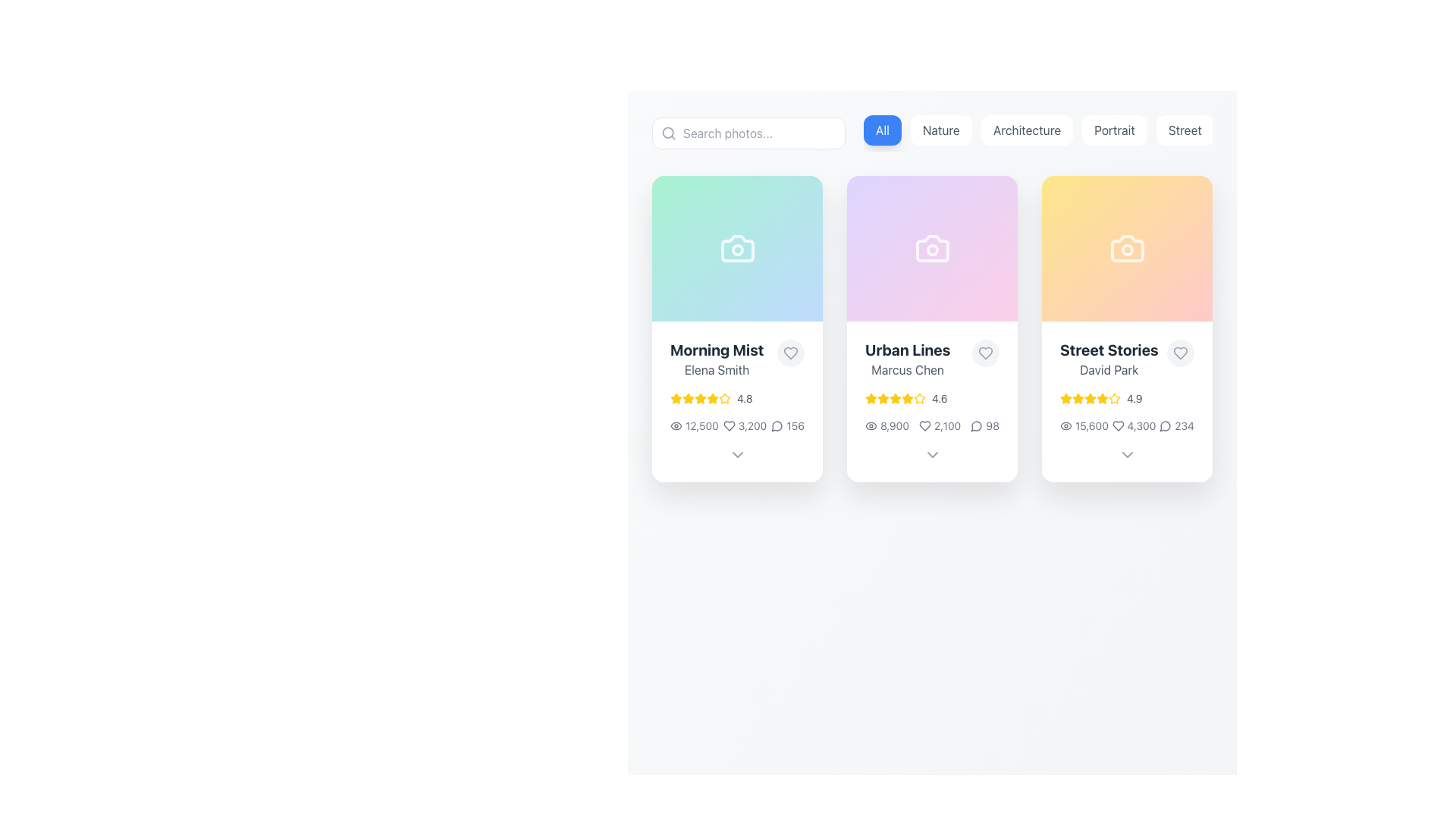 Image resolution: width=1456 pixels, height=819 pixels. I want to click on the 'Portrait' filter button, which is the fourth button in a horizontal sequence of buttons, positioned between the 'Architecture' and 'Street' buttons, so click(1114, 130).